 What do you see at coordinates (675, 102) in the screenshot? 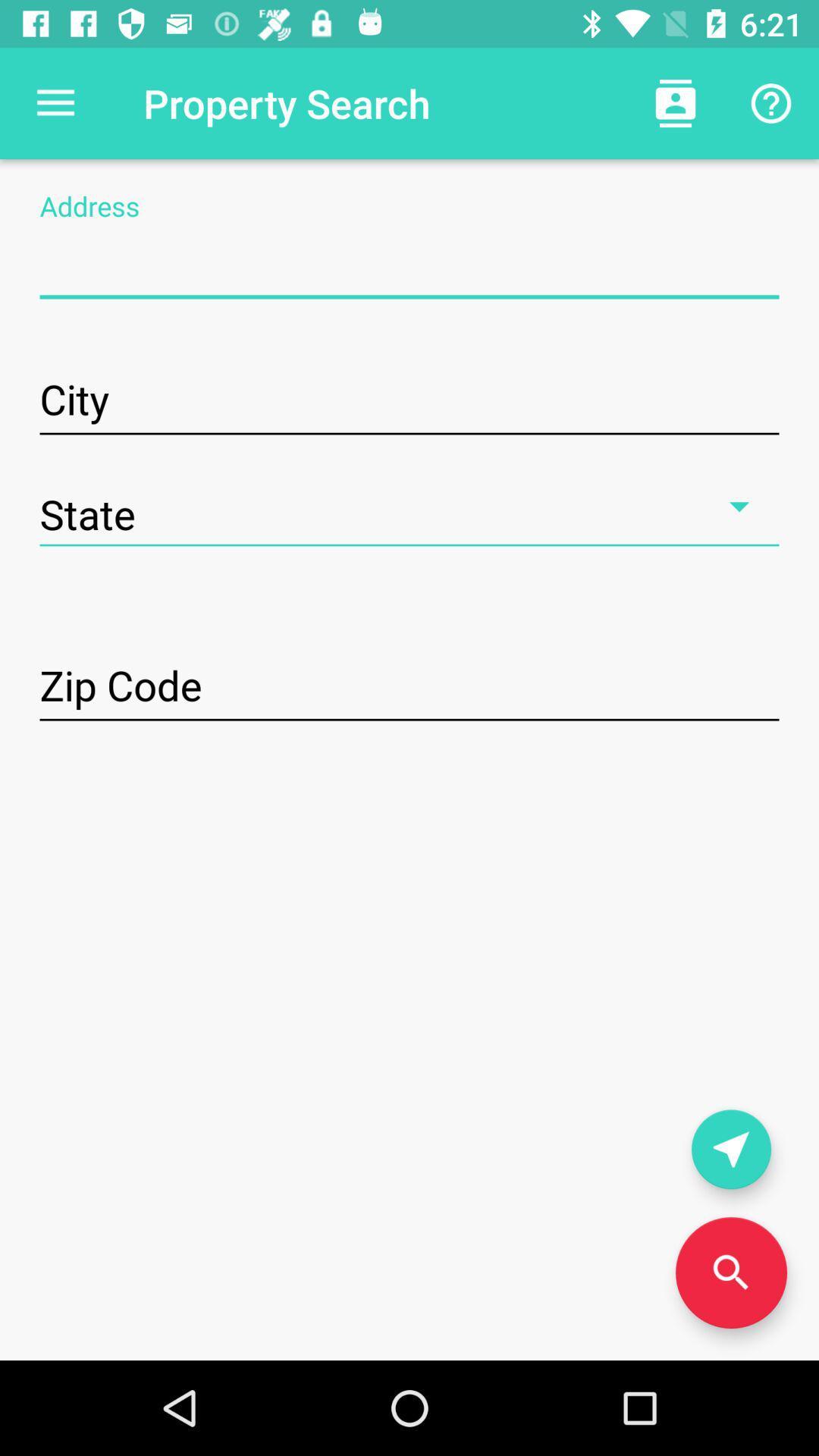
I see `icon next to property search item` at bounding box center [675, 102].